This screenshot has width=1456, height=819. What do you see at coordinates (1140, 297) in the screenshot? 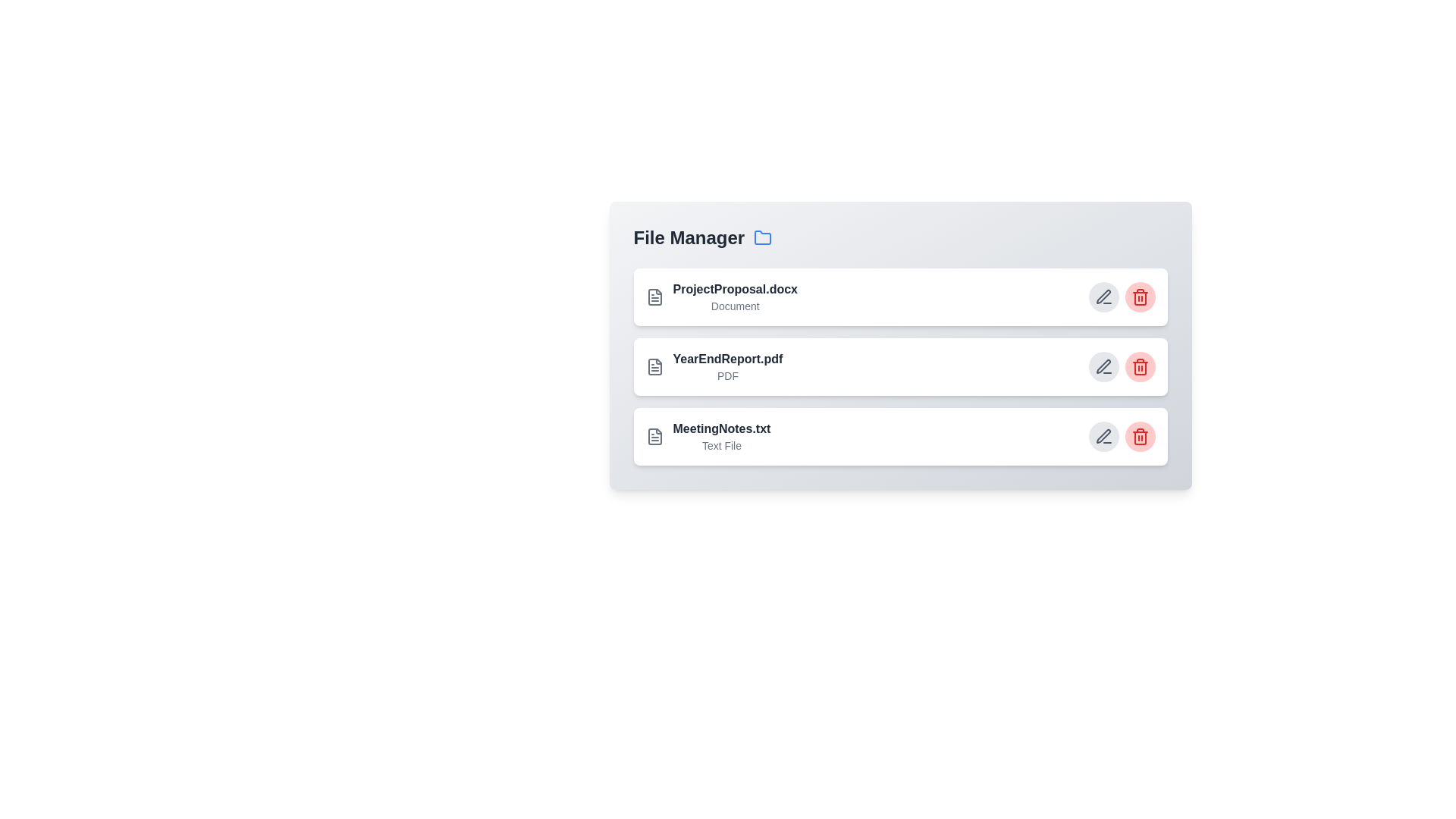
I see `delete button for the file named ProjectProposal.docx` at bounding box center [1140, 297].